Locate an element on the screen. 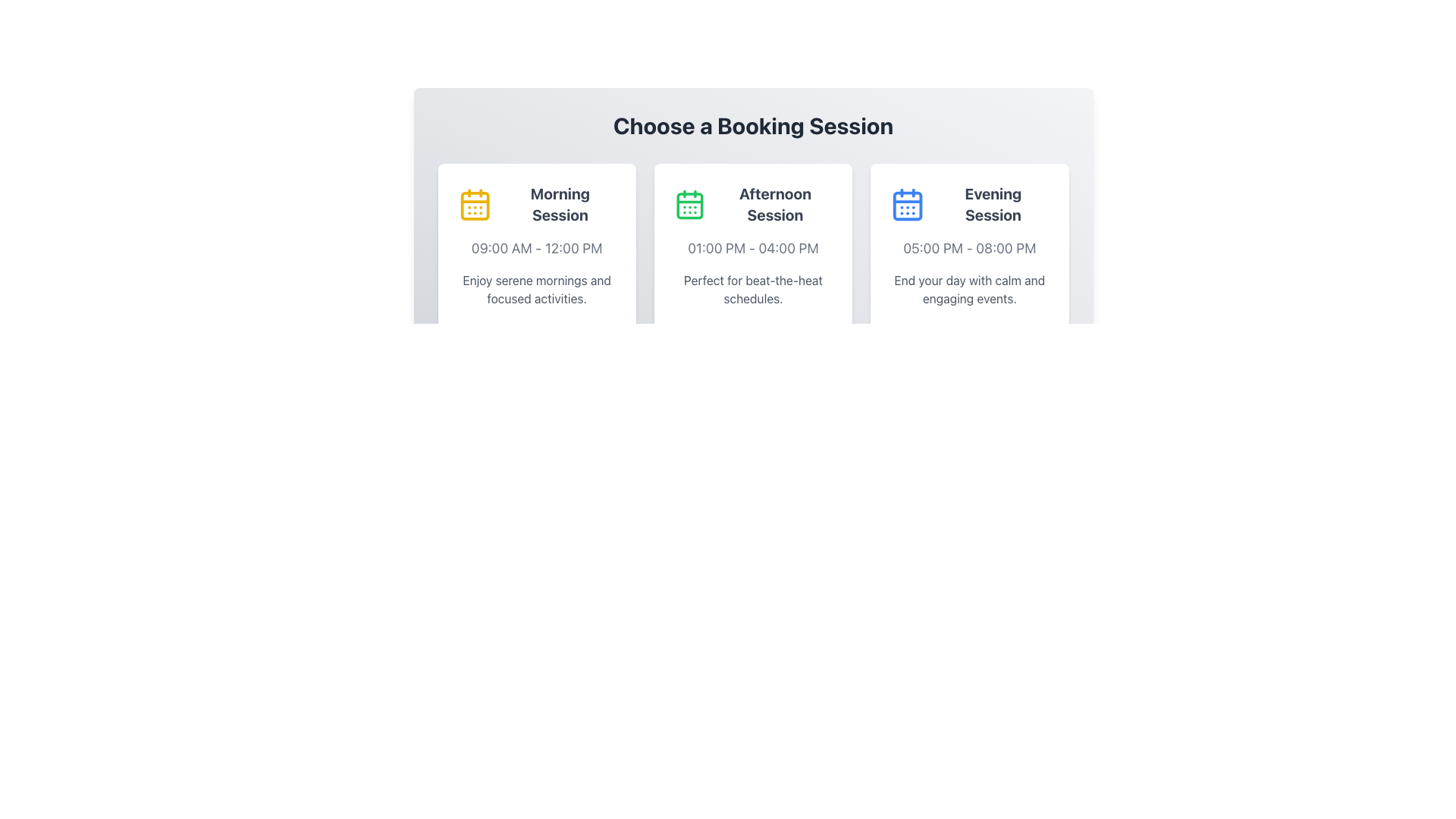 Image resolution: width=1456 pixels, height=819 pixels. the SVG circle graphic located at the bottom right corner of the middle column associated with the 'Afternoon Session' option is located at coordinates (823, 334).